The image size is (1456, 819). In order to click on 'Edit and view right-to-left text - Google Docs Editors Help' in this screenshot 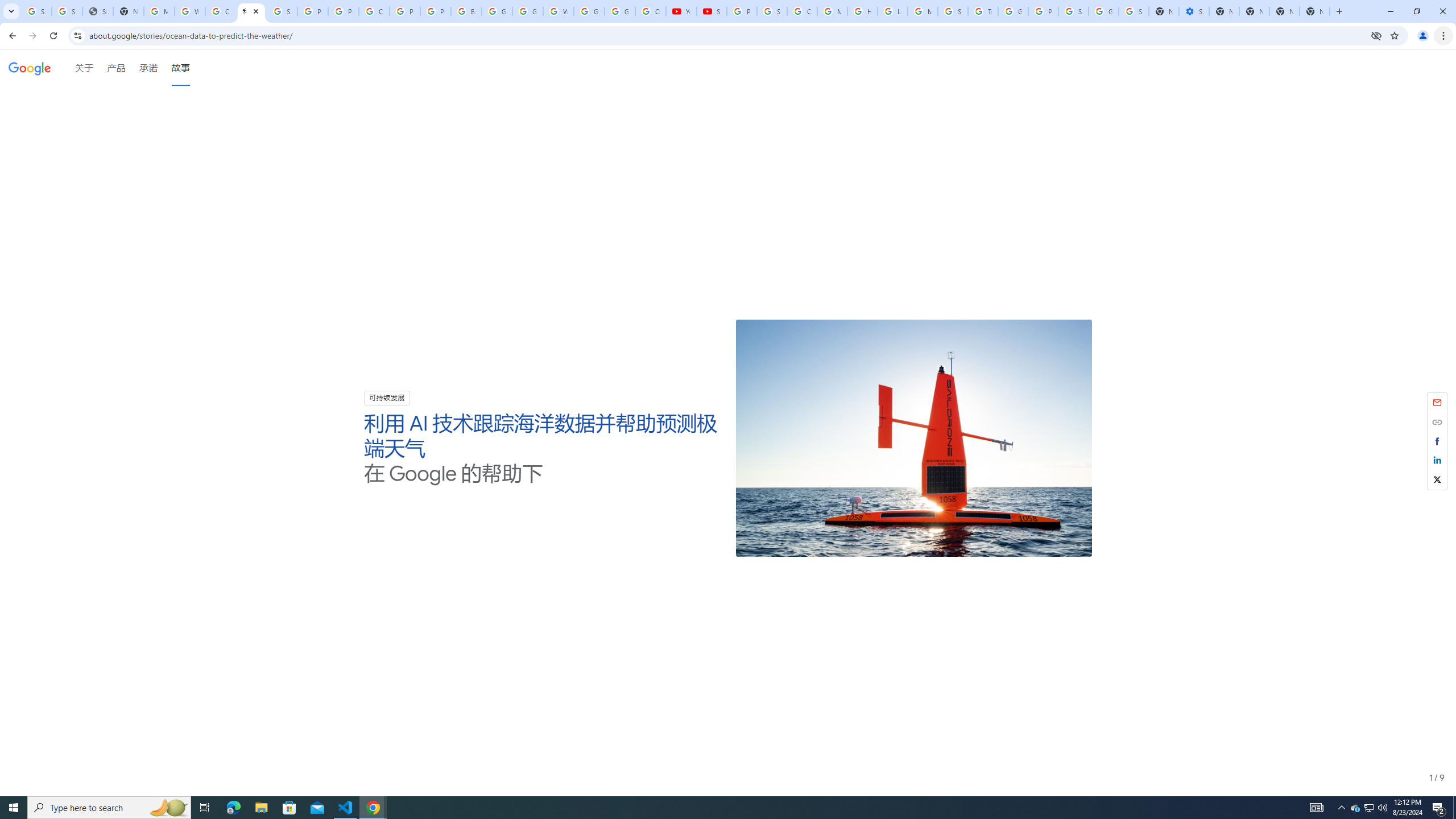, I will do `click(466, 11)`.